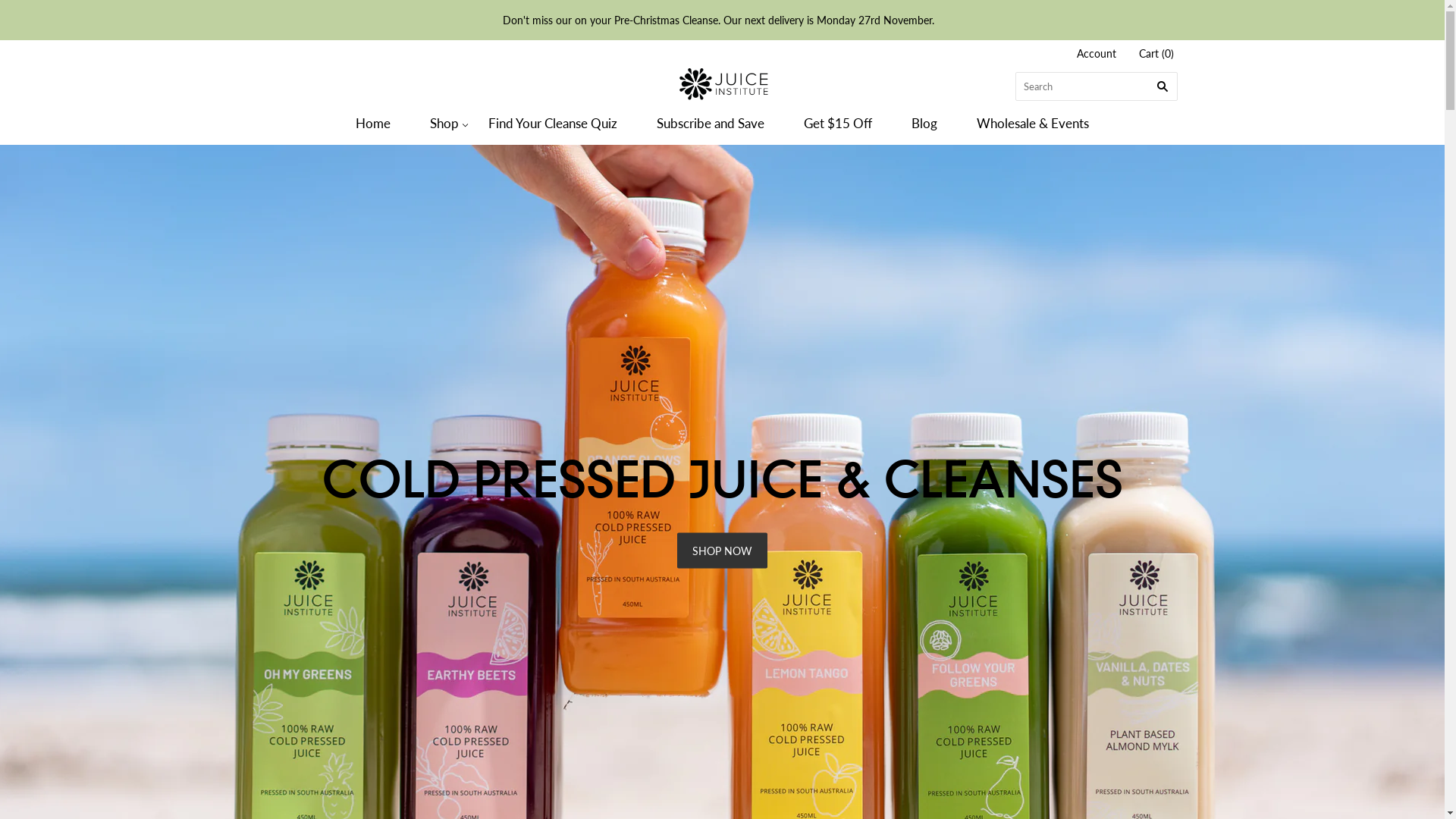 The width and height of the screenshot is (1456, 819). I want to click on 'Get $15 Off', so click(836, 122).